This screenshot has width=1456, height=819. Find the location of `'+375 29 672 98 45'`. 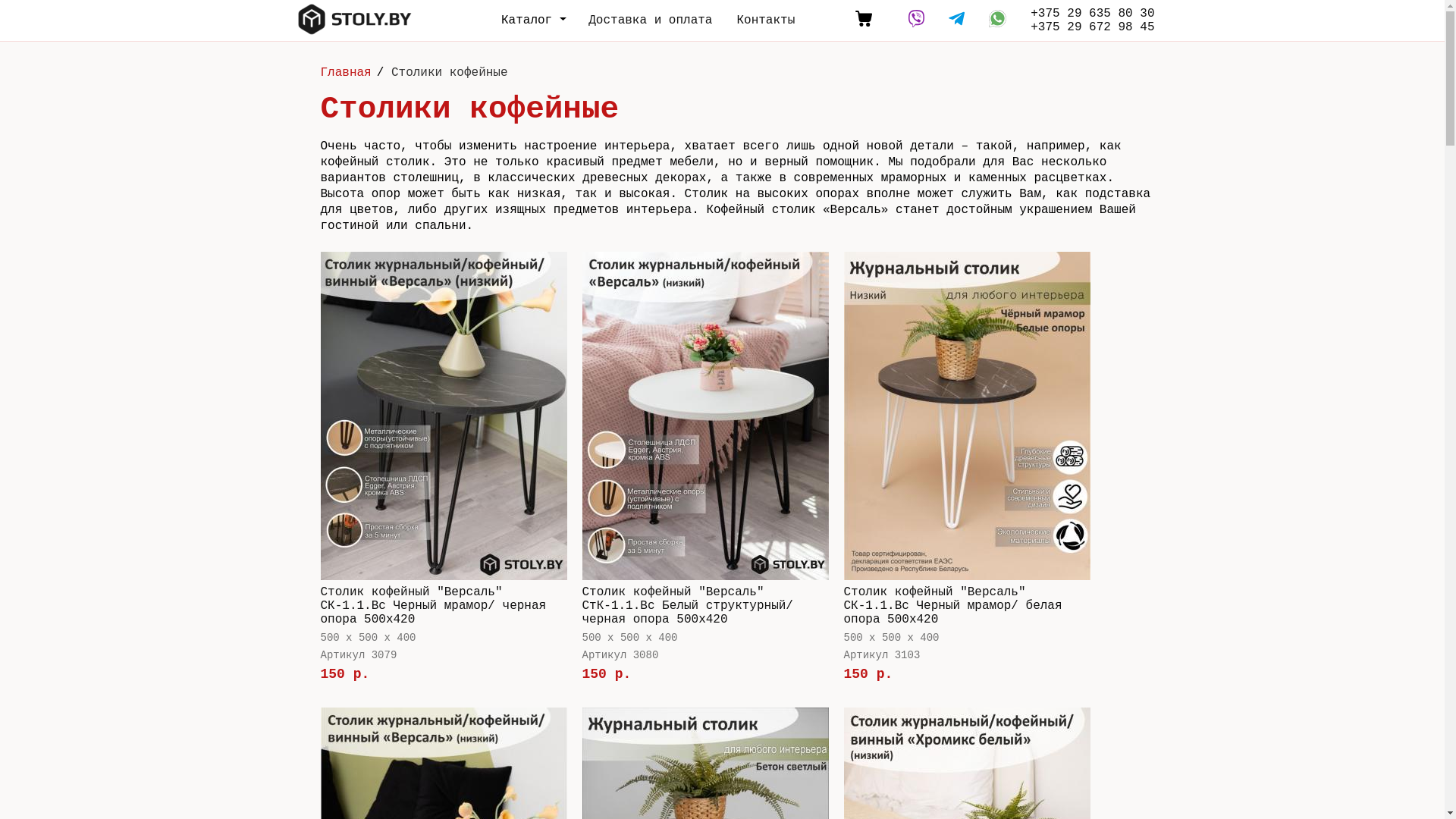

'+375 29 672 98 45' is located at coordinates (1030, 27).